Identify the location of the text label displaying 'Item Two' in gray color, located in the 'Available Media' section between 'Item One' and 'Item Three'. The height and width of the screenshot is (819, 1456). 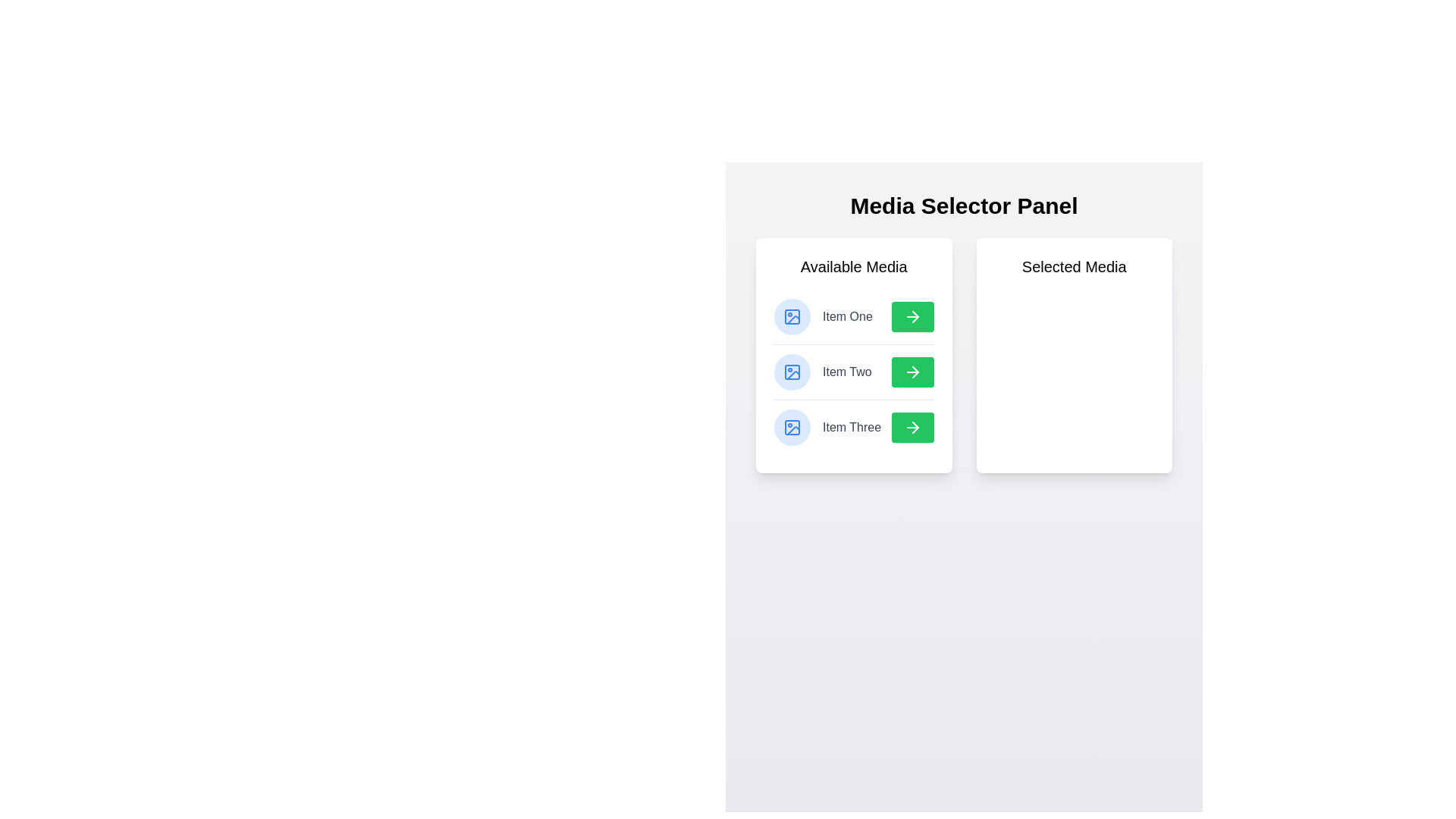
(846, 372).